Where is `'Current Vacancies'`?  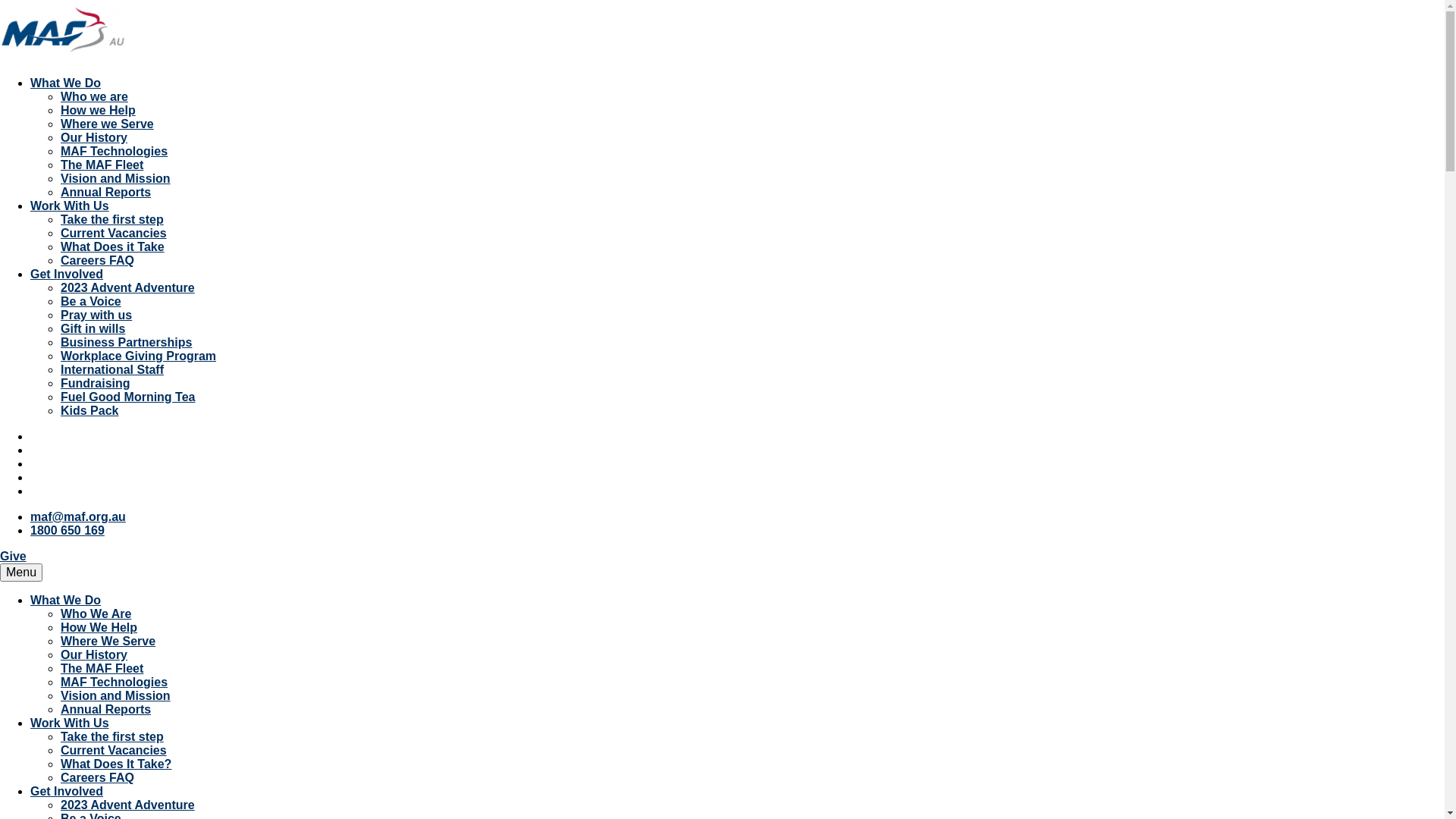
'Current Vacancies' is located at coordinates (61, 749).